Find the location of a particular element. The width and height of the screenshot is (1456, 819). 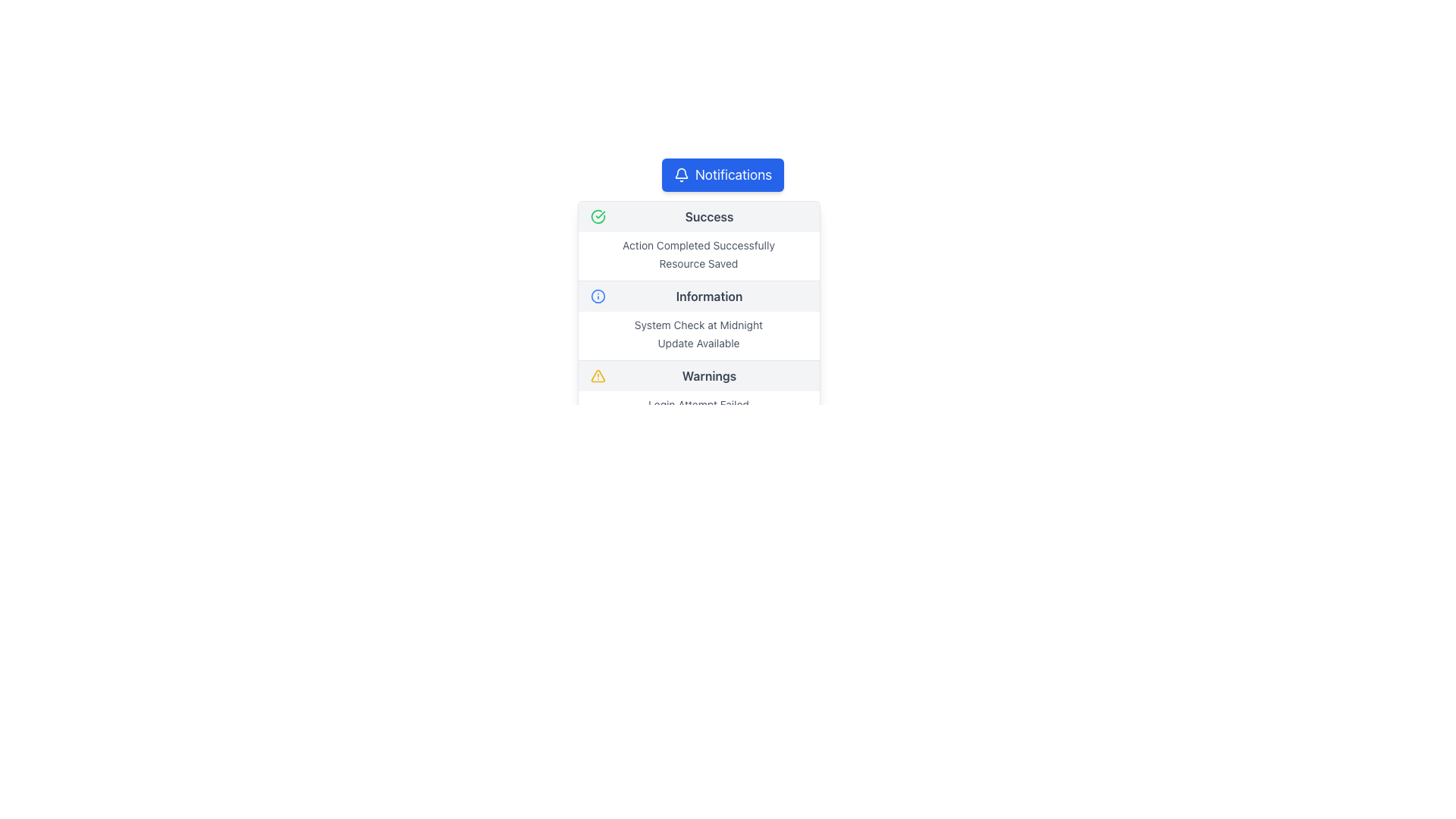

text label displaying 'Resource Saved', which is part of the notification panel under the 'Success' category is located at coordinates (698, 262).